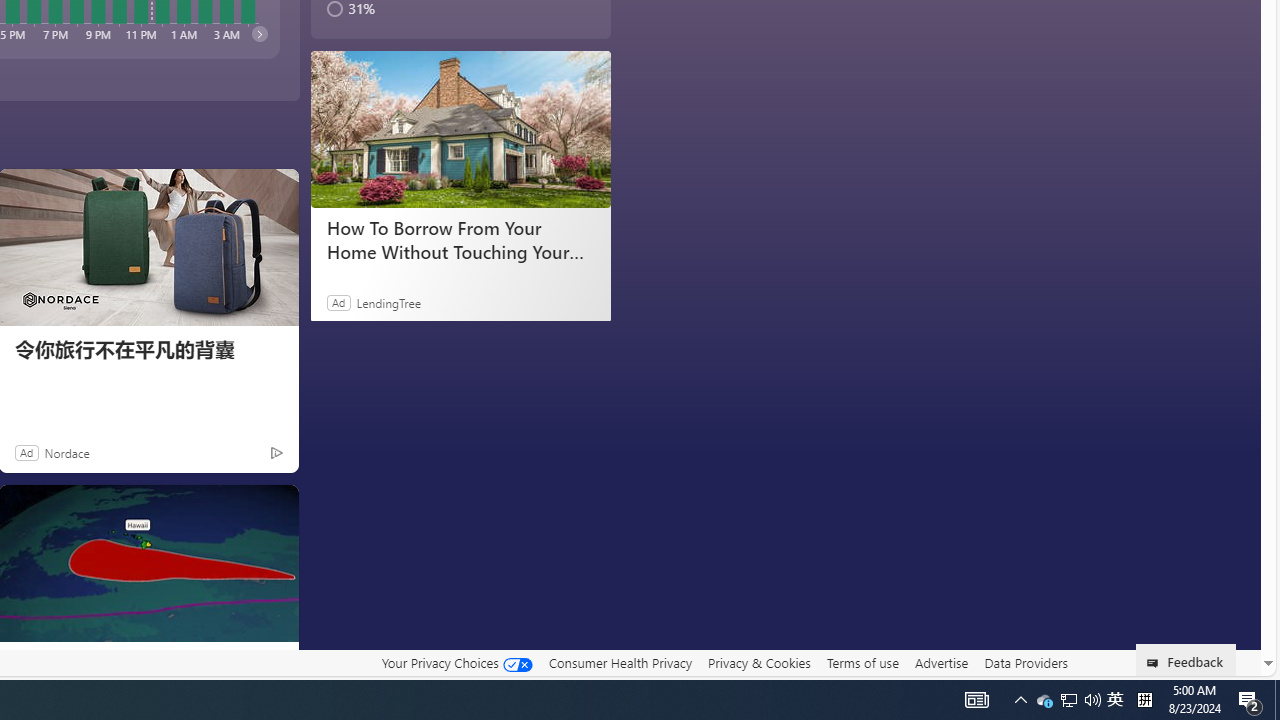  Describe the element at coordinates (258, 33) in the screenshot. I see `'next'` at that location.